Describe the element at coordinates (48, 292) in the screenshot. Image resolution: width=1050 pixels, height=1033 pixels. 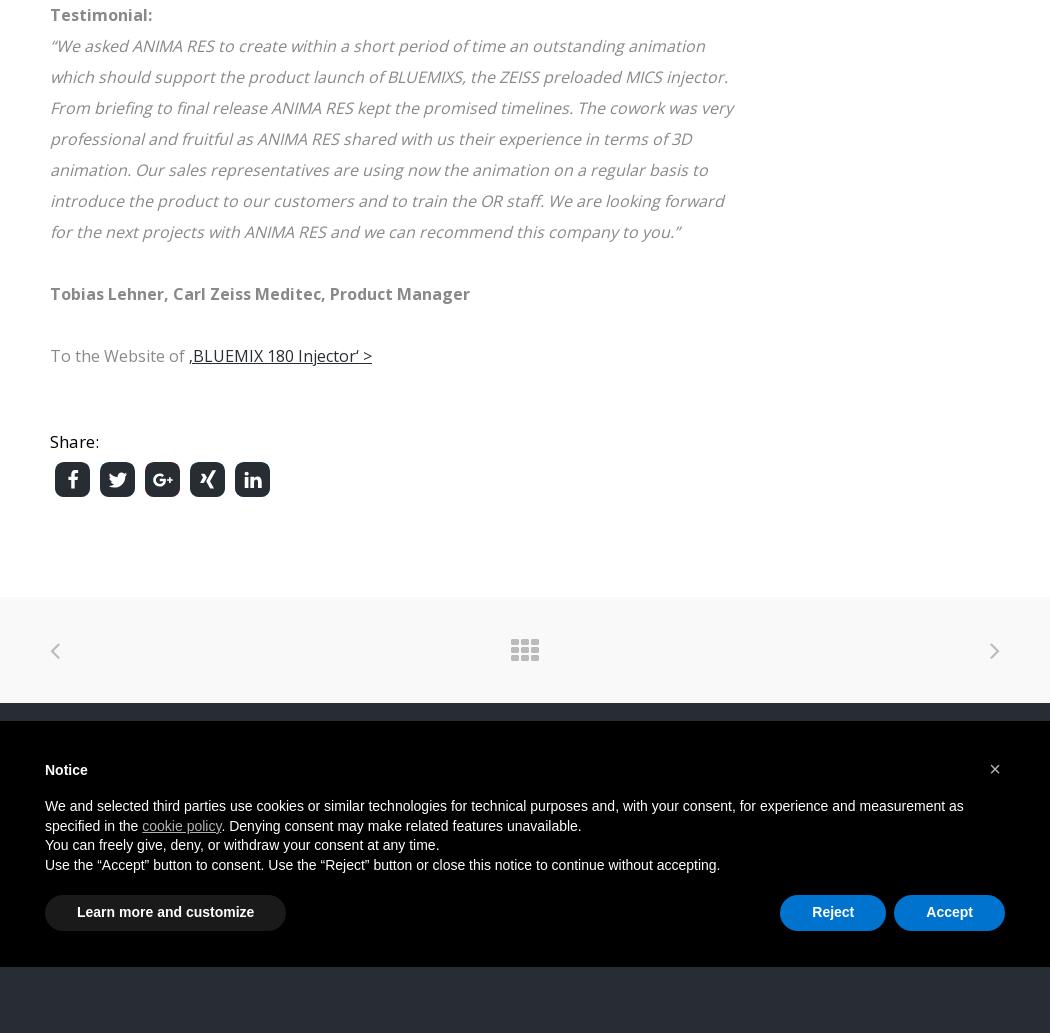
I see `'Tobias Lehner, Carl Zeiss Meditec, Product Manager'` at that location.